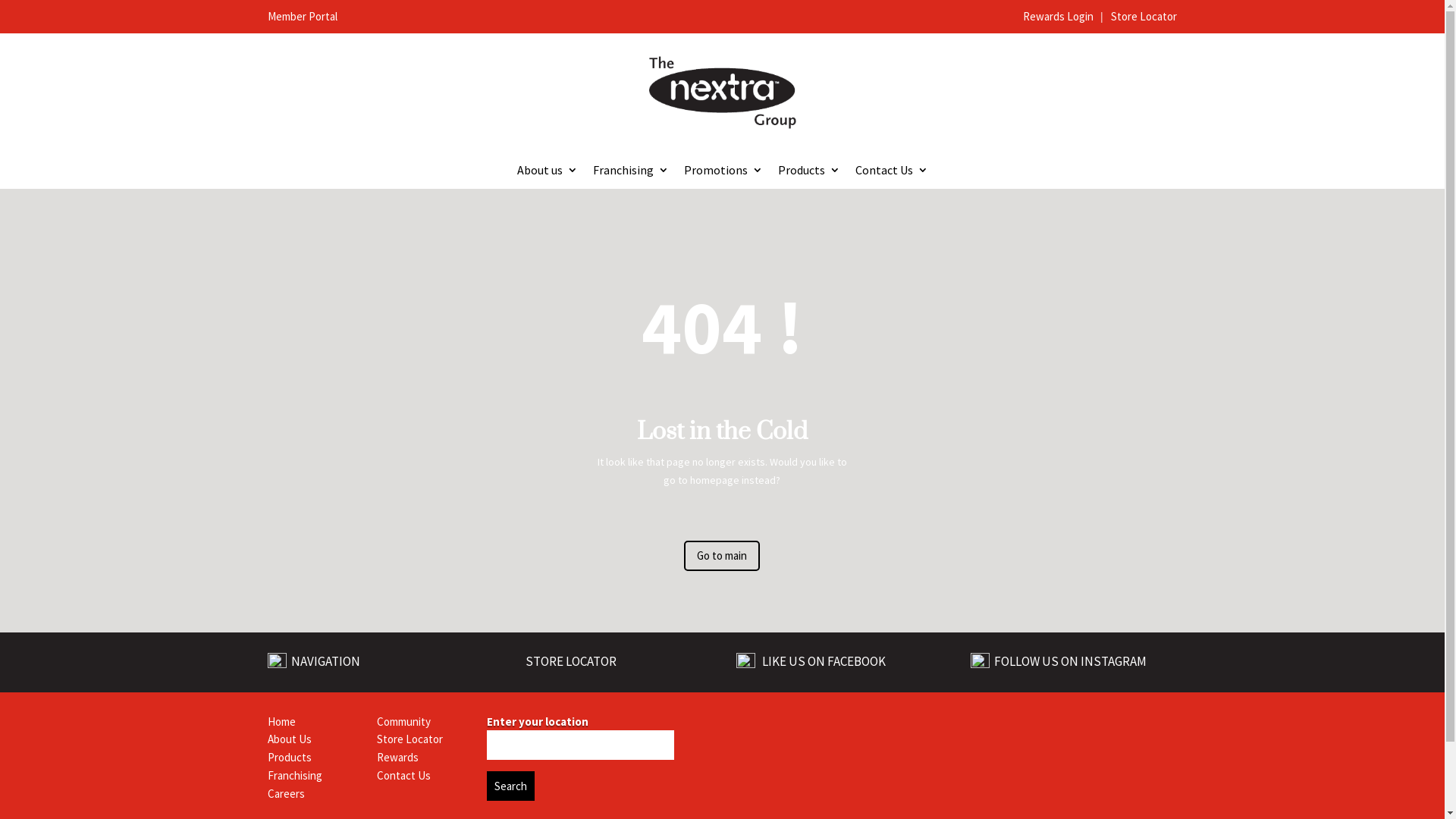  Describe the element at coordinates (808, 171) in the screenshot. I see `'Products'` at that location.